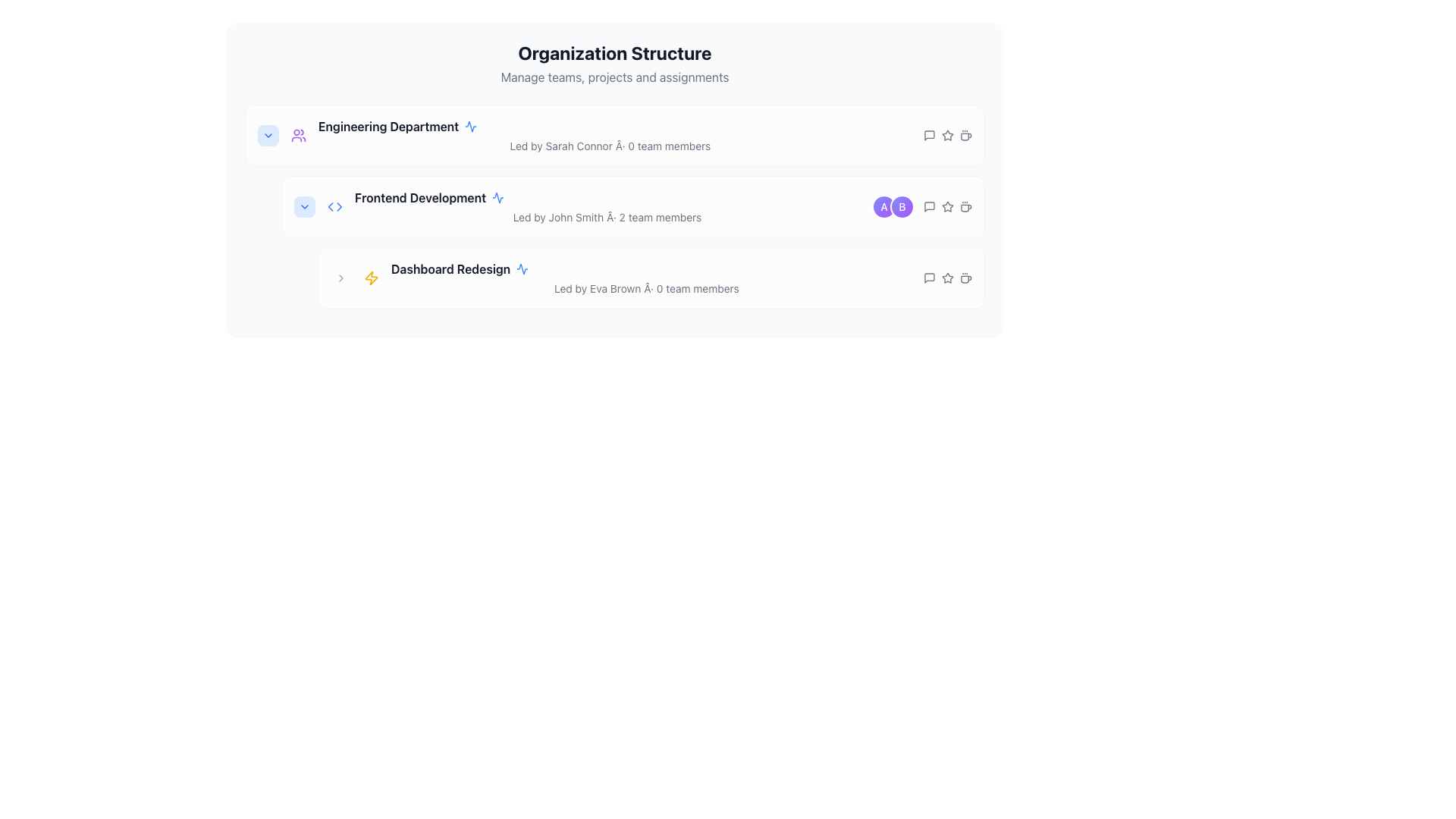  I want to click on text label 'Dashboard Redesign' located under the 'Frontend Development' section, positioned in a horizontal row with icons on either side, so click(450, 268).